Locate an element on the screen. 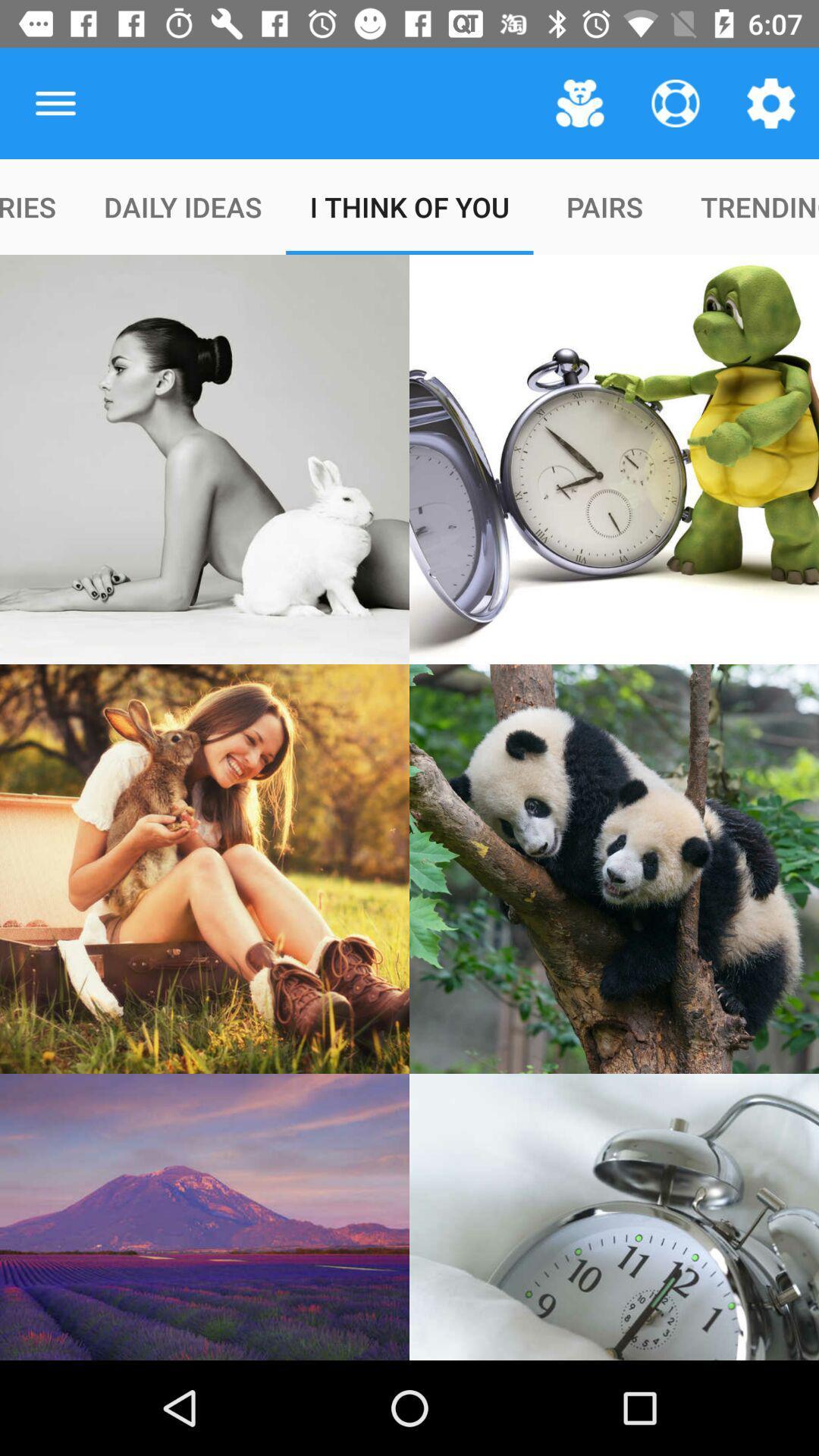 This screenshot has width=819, height=1456. item above categories is located at coordinates (55, 102).